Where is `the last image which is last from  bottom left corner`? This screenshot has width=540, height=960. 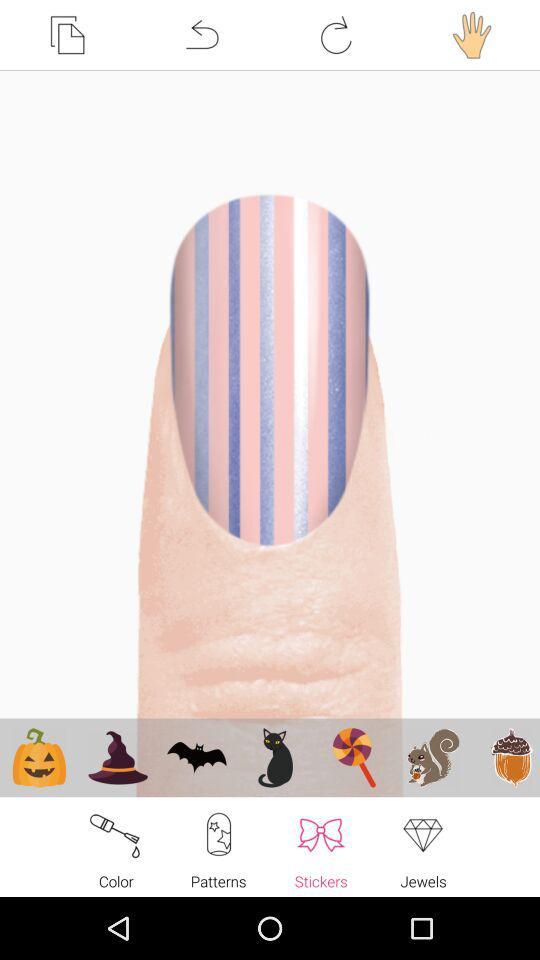 the last image which is last from  bottom left corner is located at coordinates (507, 756).